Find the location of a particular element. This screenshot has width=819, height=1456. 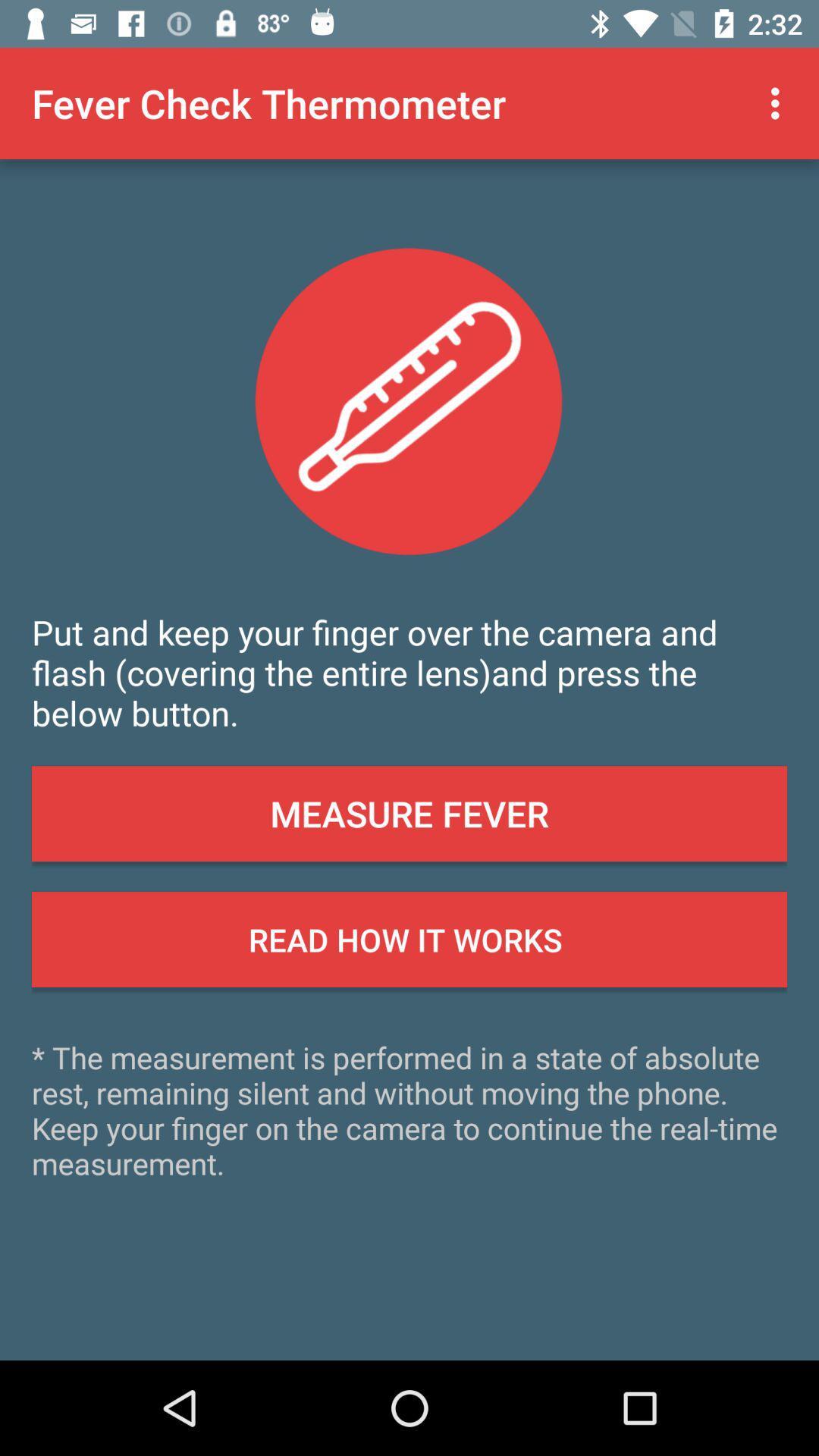

the app next to the fever check thermometer app is located at coordinates (779, 102).